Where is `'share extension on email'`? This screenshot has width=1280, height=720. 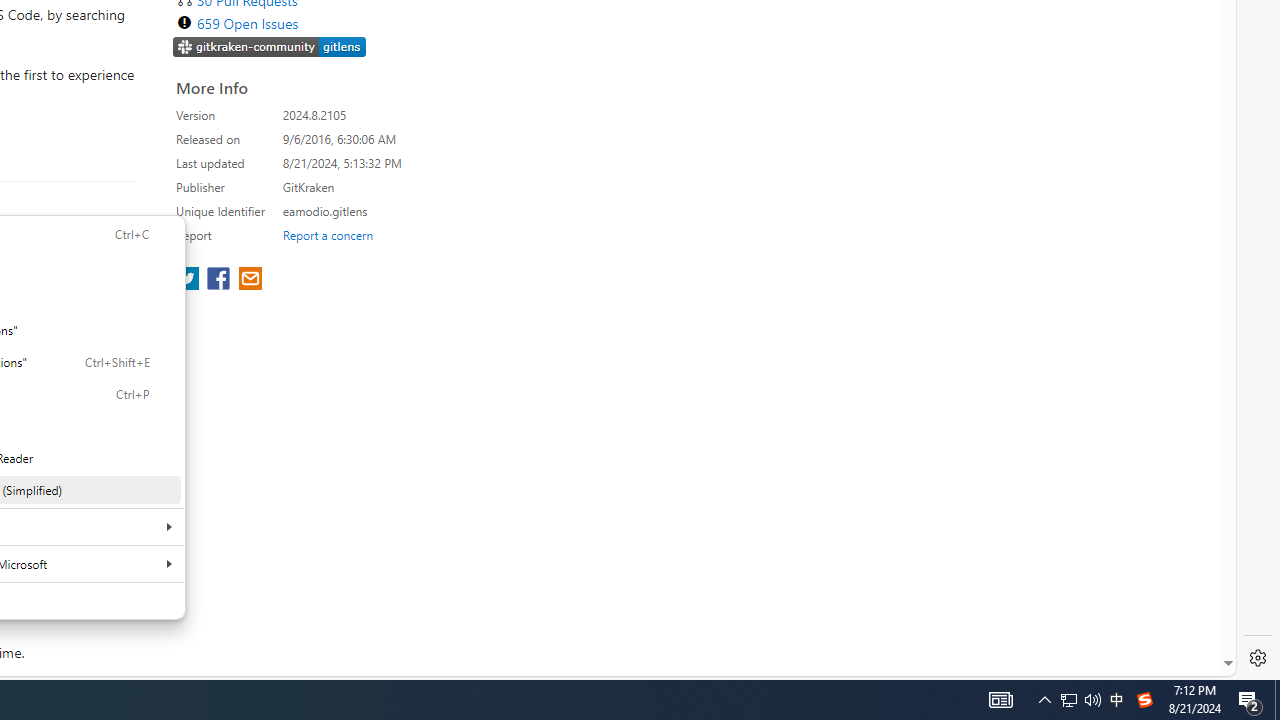
'share extension on email' is located at coordinates (248, 280).